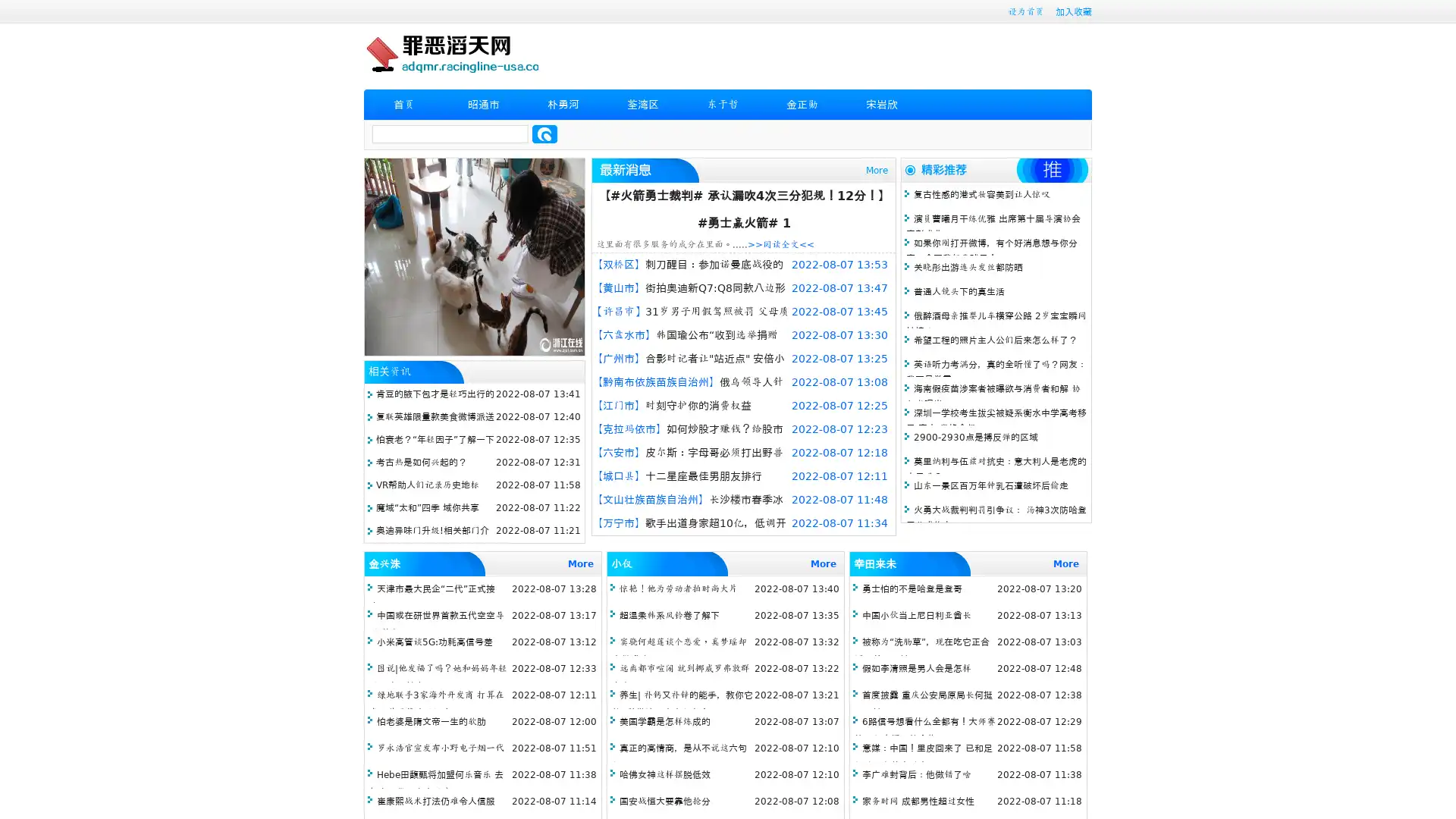  What do you see at coordinates (544, 133) in the screenshot?
I see `Search` at bounding box center [544, 133].